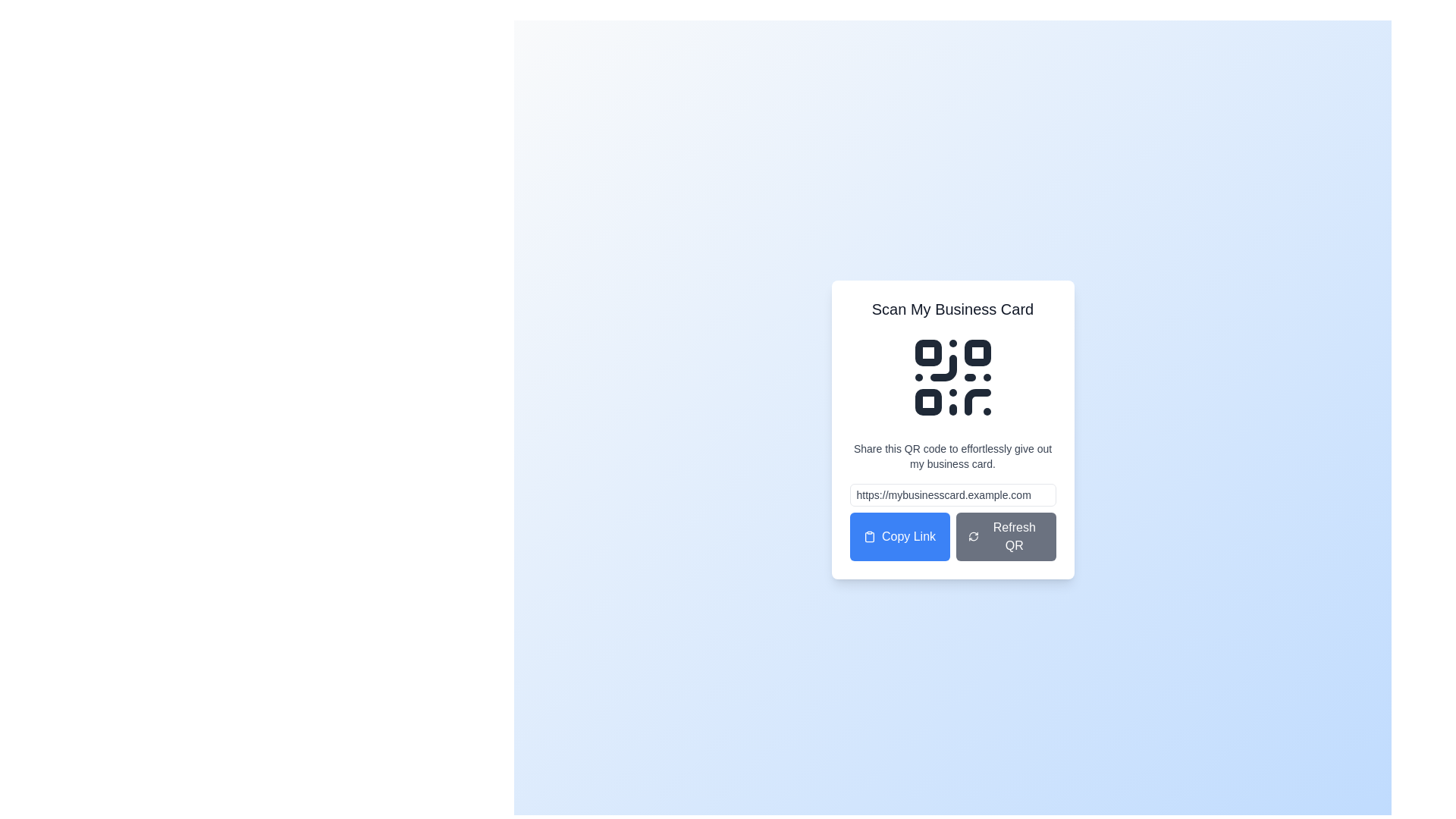 The height and width of the screenshot is (819, 1456). Describe the element at coordinates (952, 376) in the screenshot. I see `the QR code graphic located centrally in the card layout, positioned below the title 'Scan My Business Card' and above the description 'Share this QR code to effortlessly give out my business card.'` at that location.